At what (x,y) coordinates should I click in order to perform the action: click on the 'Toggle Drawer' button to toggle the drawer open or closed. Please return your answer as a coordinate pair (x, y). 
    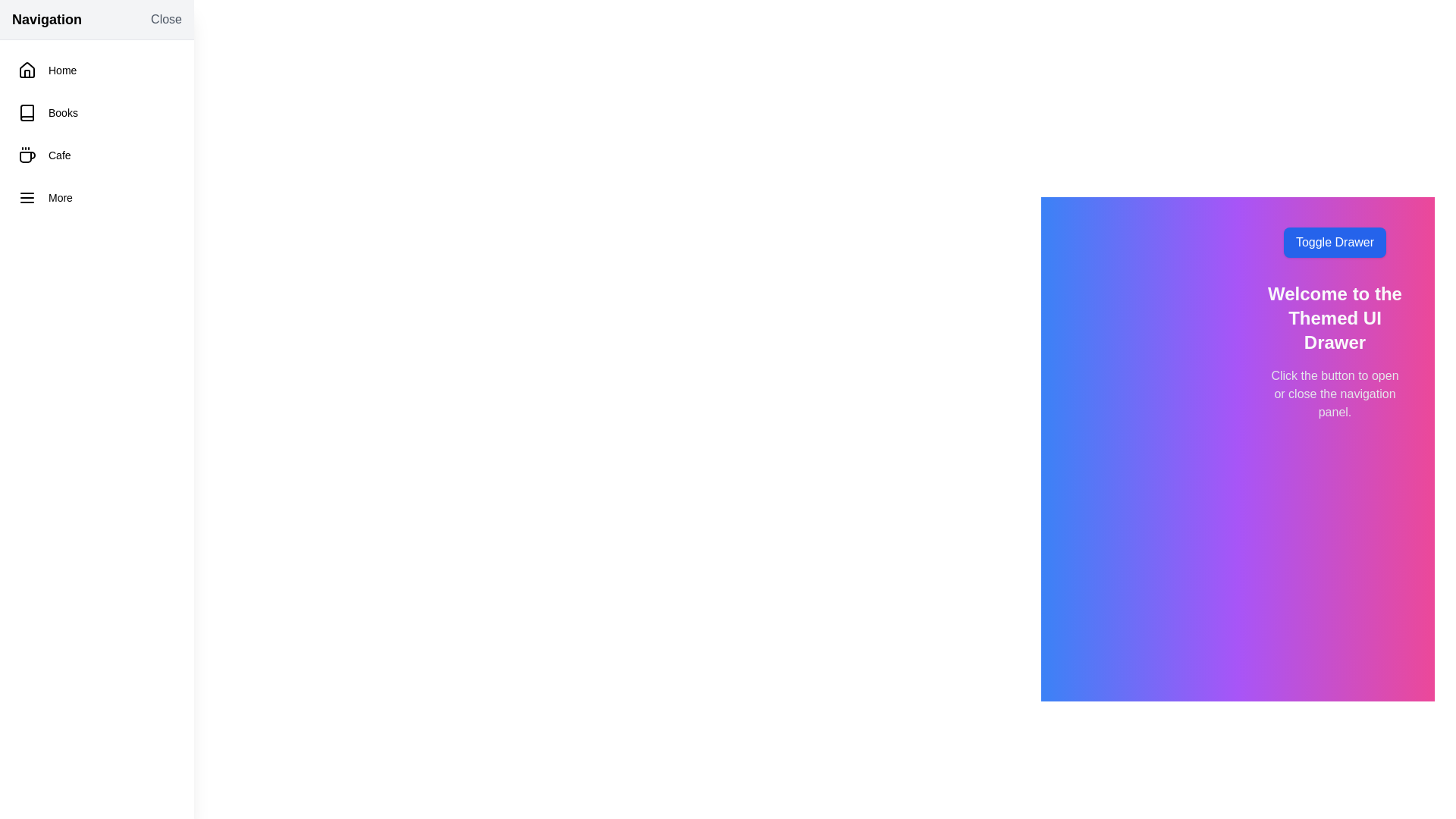
    Looking at the image, I should click on (1335, 242).